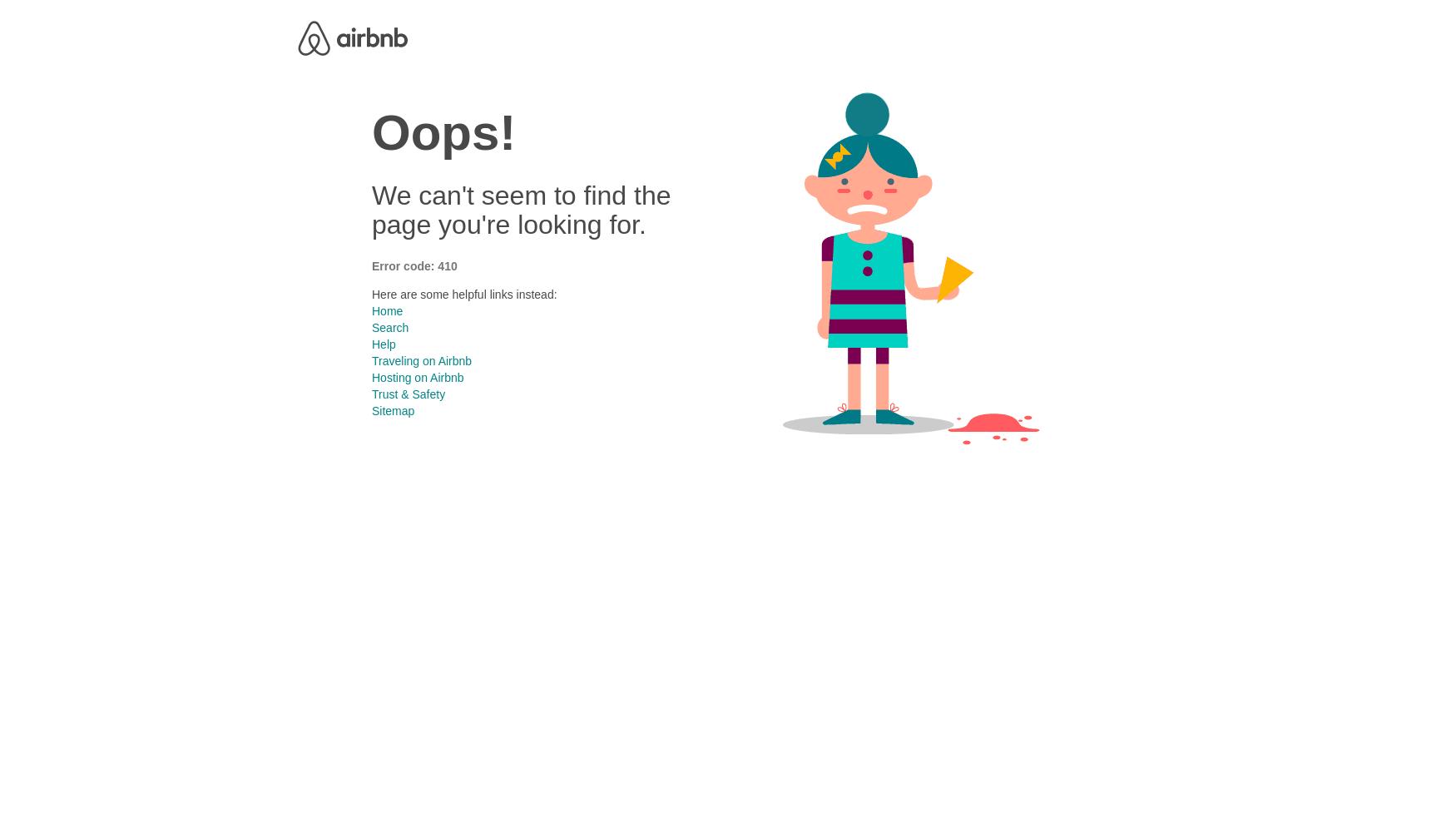 The height and width of the screenshot is (832, 1456). What do you see at coordinates (371, 376) in the screenshot?
I see `'Hosting on Airbnb'` at bounding box center [371, 376].